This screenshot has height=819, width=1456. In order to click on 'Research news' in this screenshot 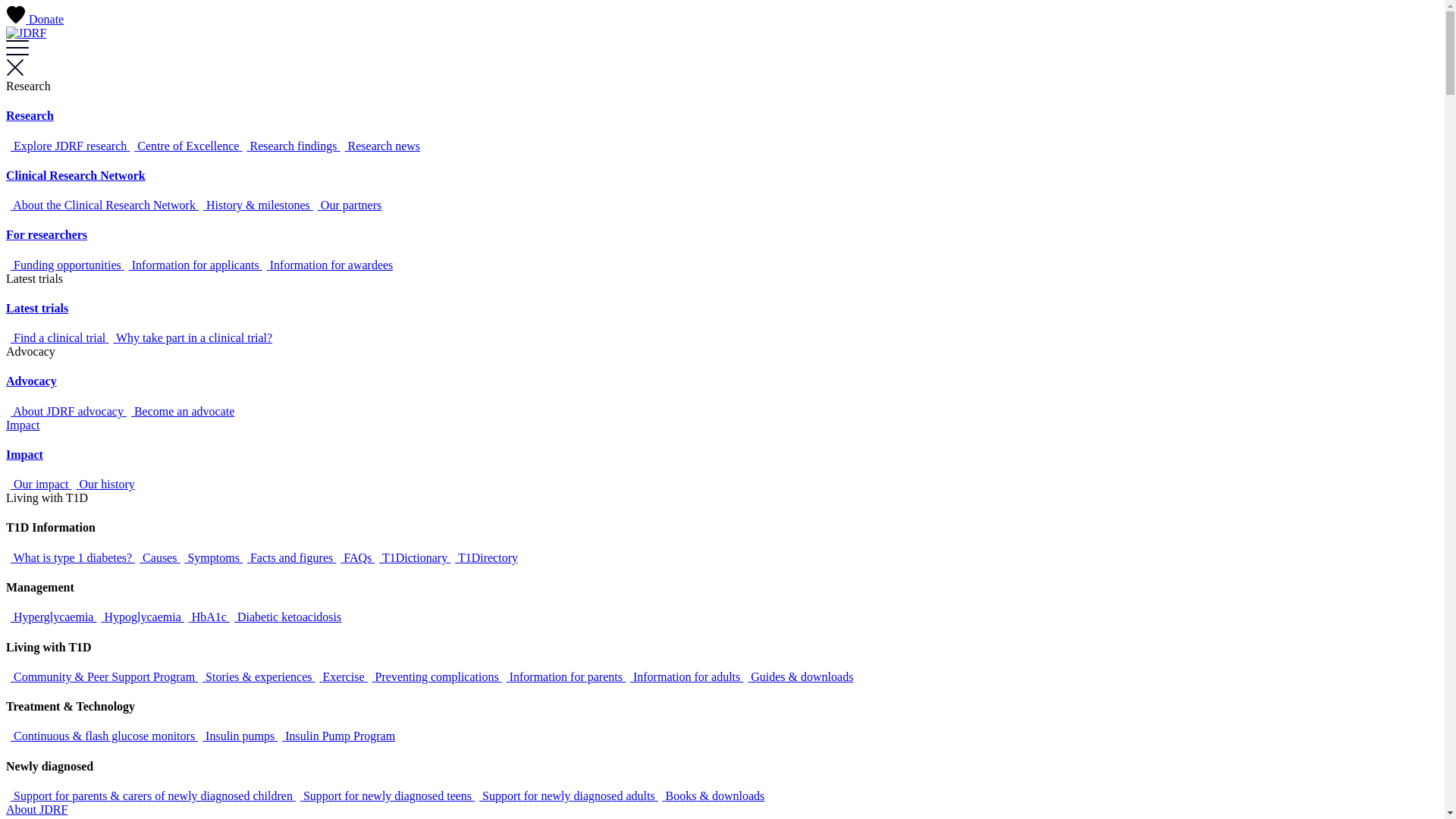, I will do `click(381, 146)`.